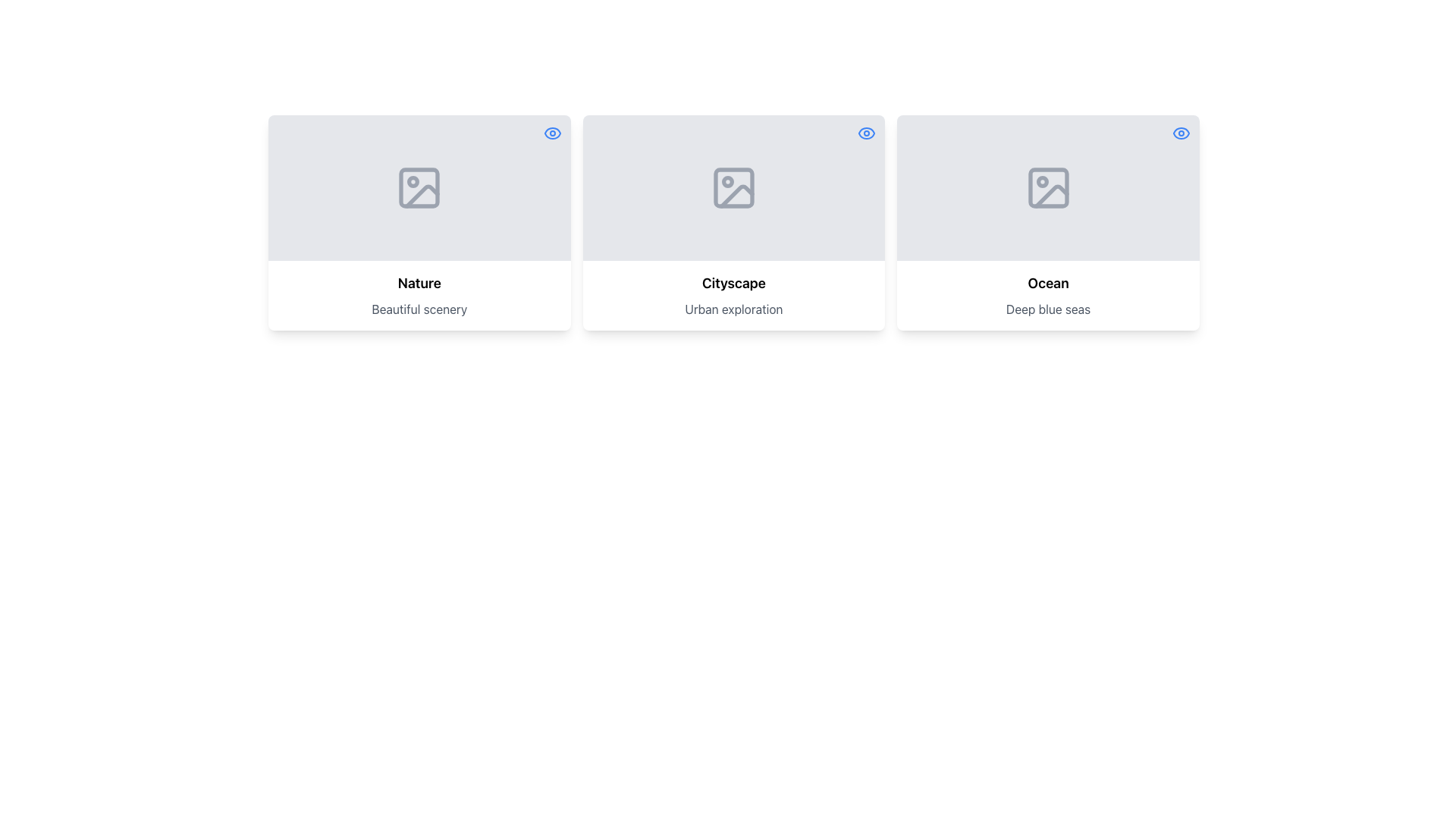  What do you see at coordinates (419, 187) in the screenshot?
I see `the icon resembling a simplified image outline with a square border, a circle representing the sun, and diagonal lines suggesting a mountain, located within the first card labeled 'Nature'` at bounding box center [419, 187].